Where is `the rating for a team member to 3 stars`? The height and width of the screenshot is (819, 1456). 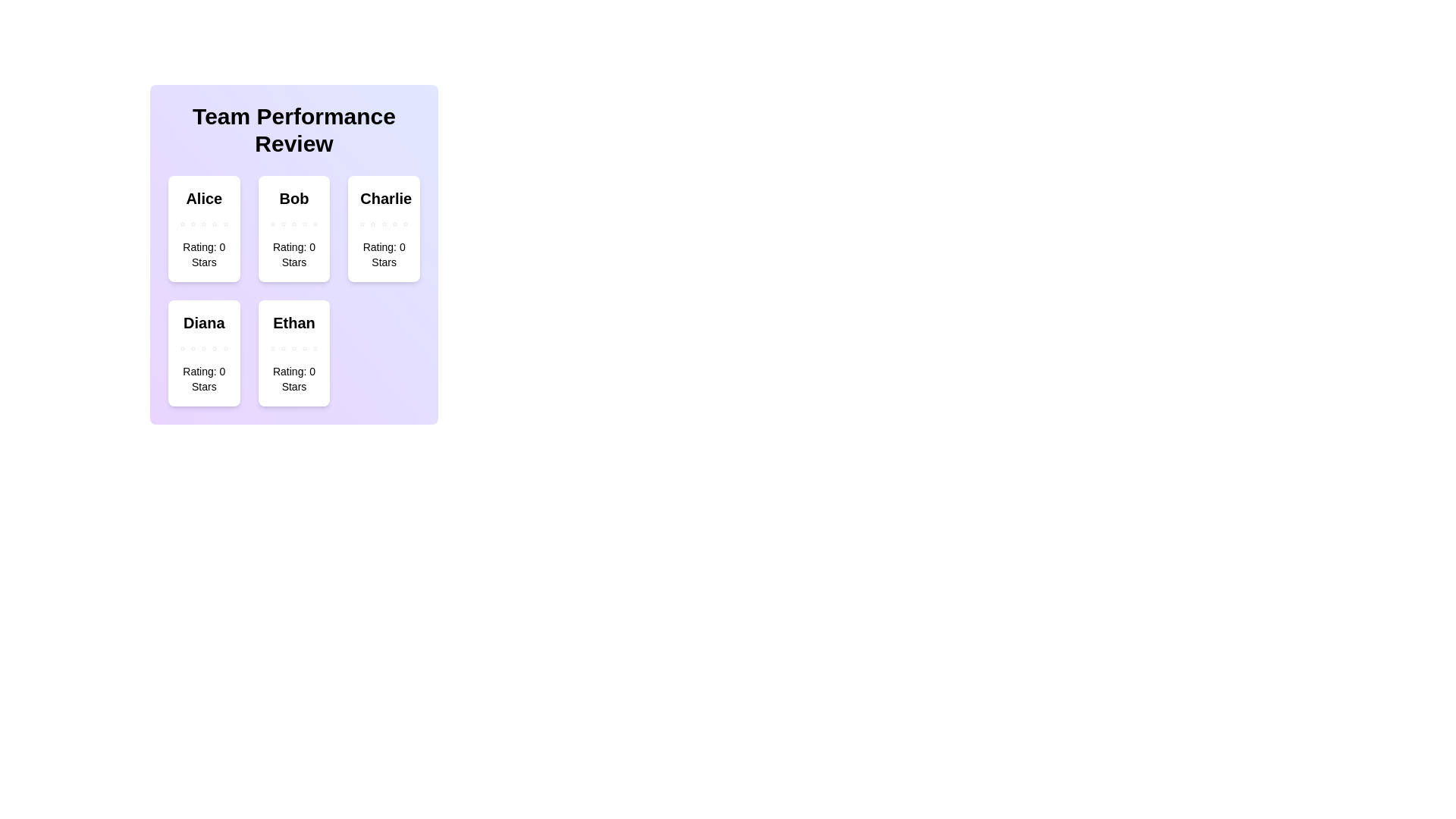
the rating for a team member to 3 stars is located at coordinates (202, 224).